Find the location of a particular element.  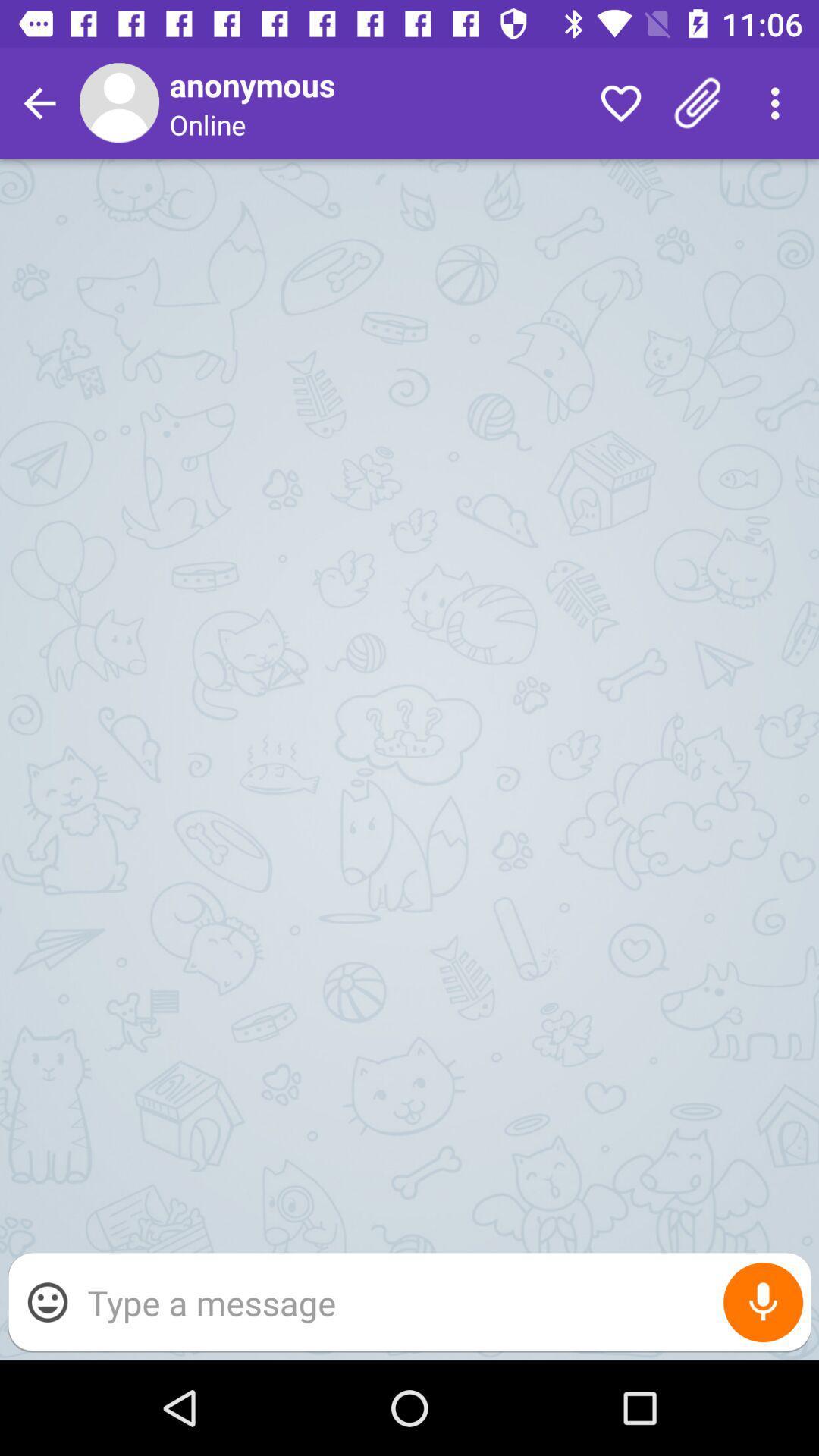

the icon next to the anonymous is located at coordinates (620, 102).